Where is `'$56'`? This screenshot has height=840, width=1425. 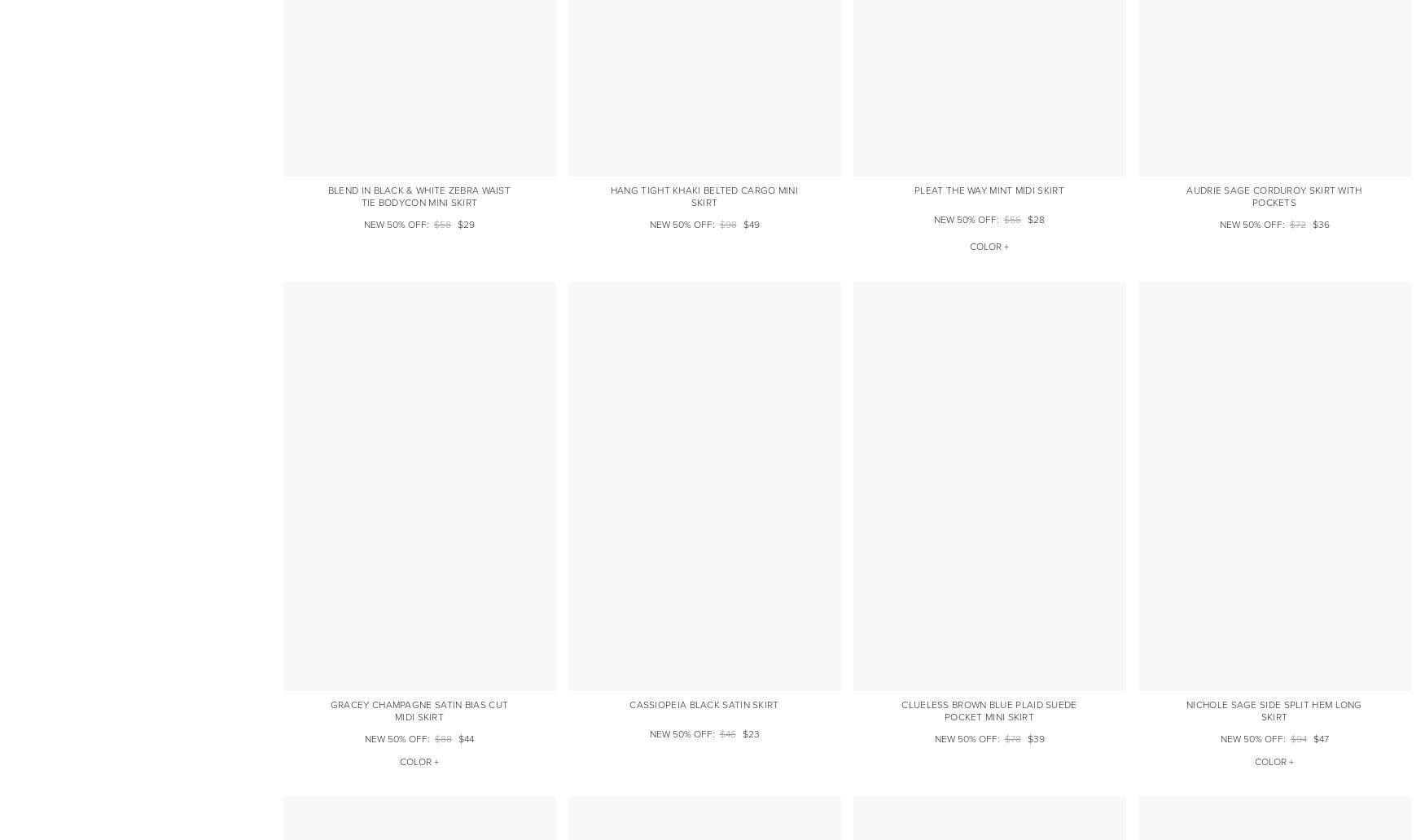
'$56' is located at coordinates (1004, 219).